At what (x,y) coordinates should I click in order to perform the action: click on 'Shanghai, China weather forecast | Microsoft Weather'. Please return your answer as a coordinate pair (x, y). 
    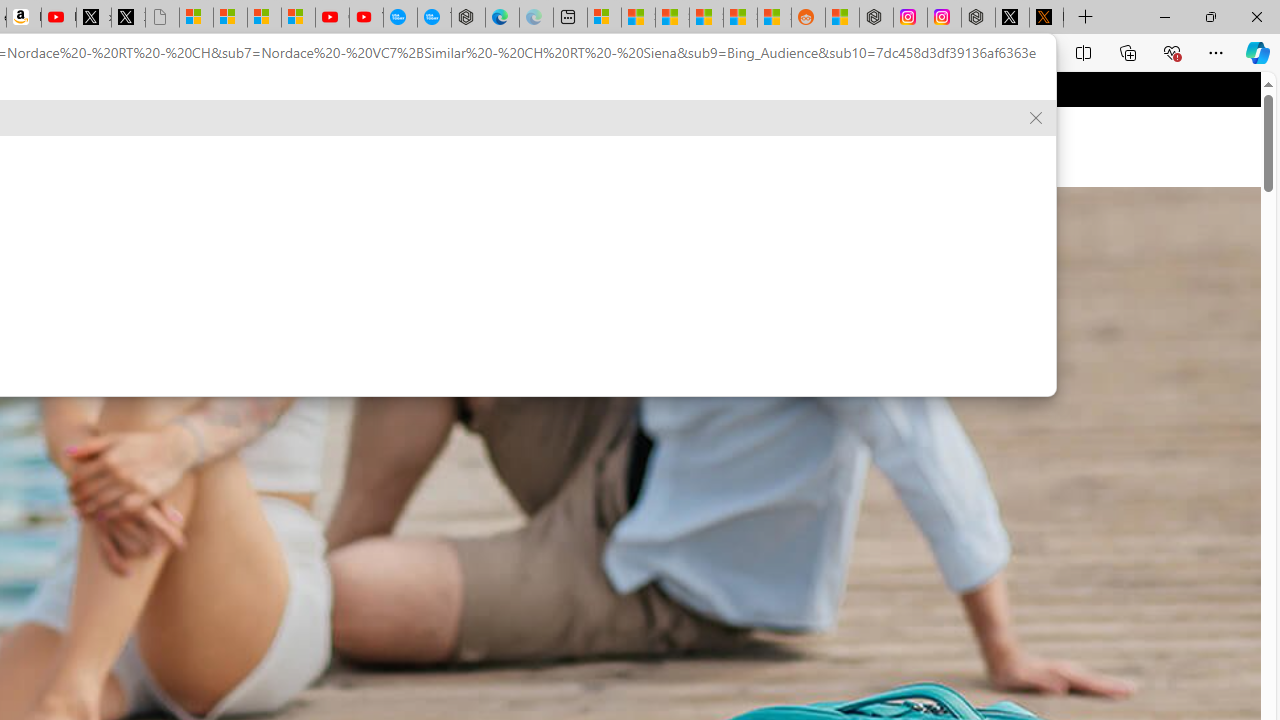
    Looking at the image, I should click on (637, 17).